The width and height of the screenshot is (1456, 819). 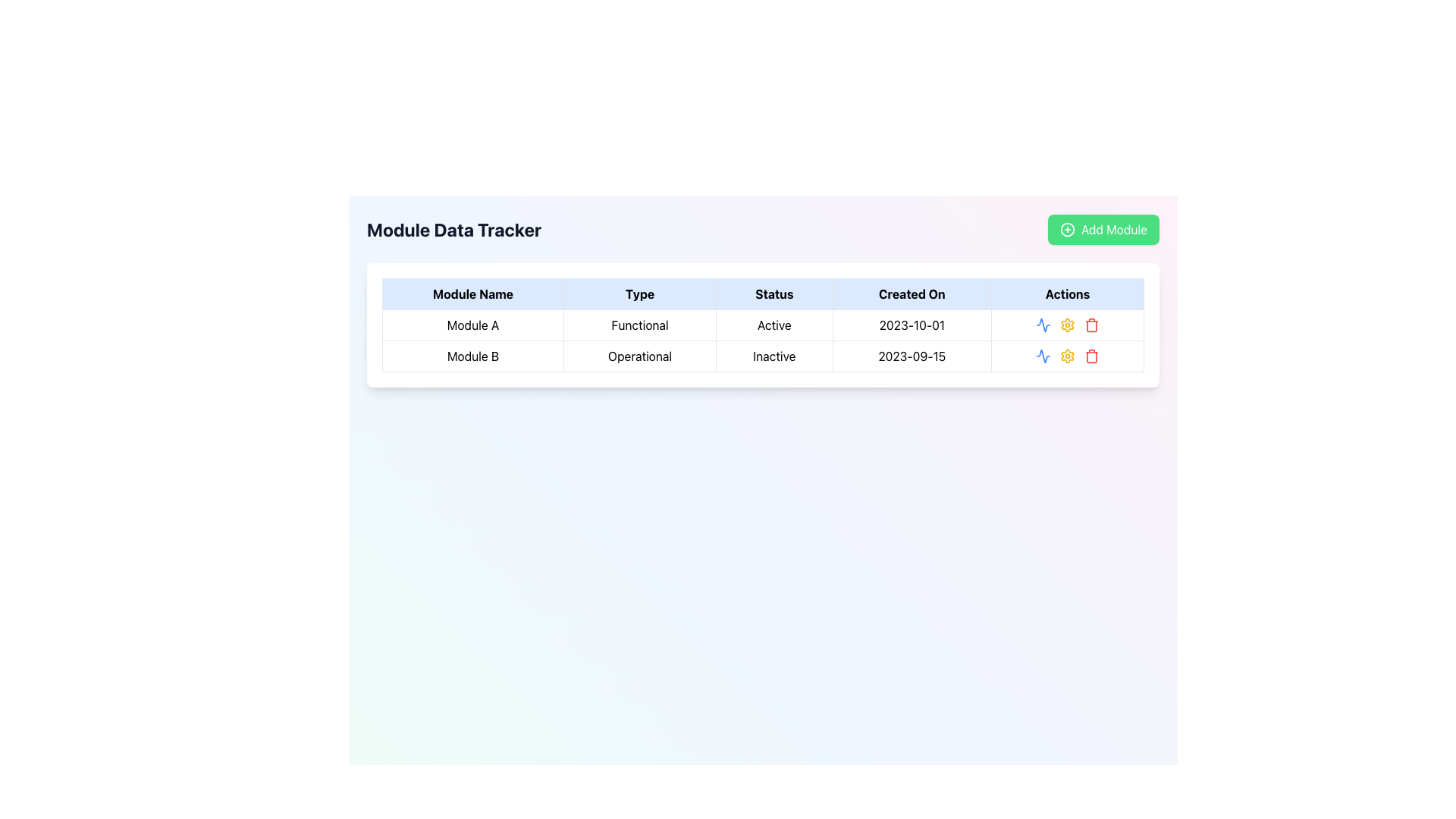 What do you see at coordinates (763, 356) in the screenshot?
I see `the second row of the tabular layout under the 'Module Data Tracker' section` at bounding box center [763, 356].